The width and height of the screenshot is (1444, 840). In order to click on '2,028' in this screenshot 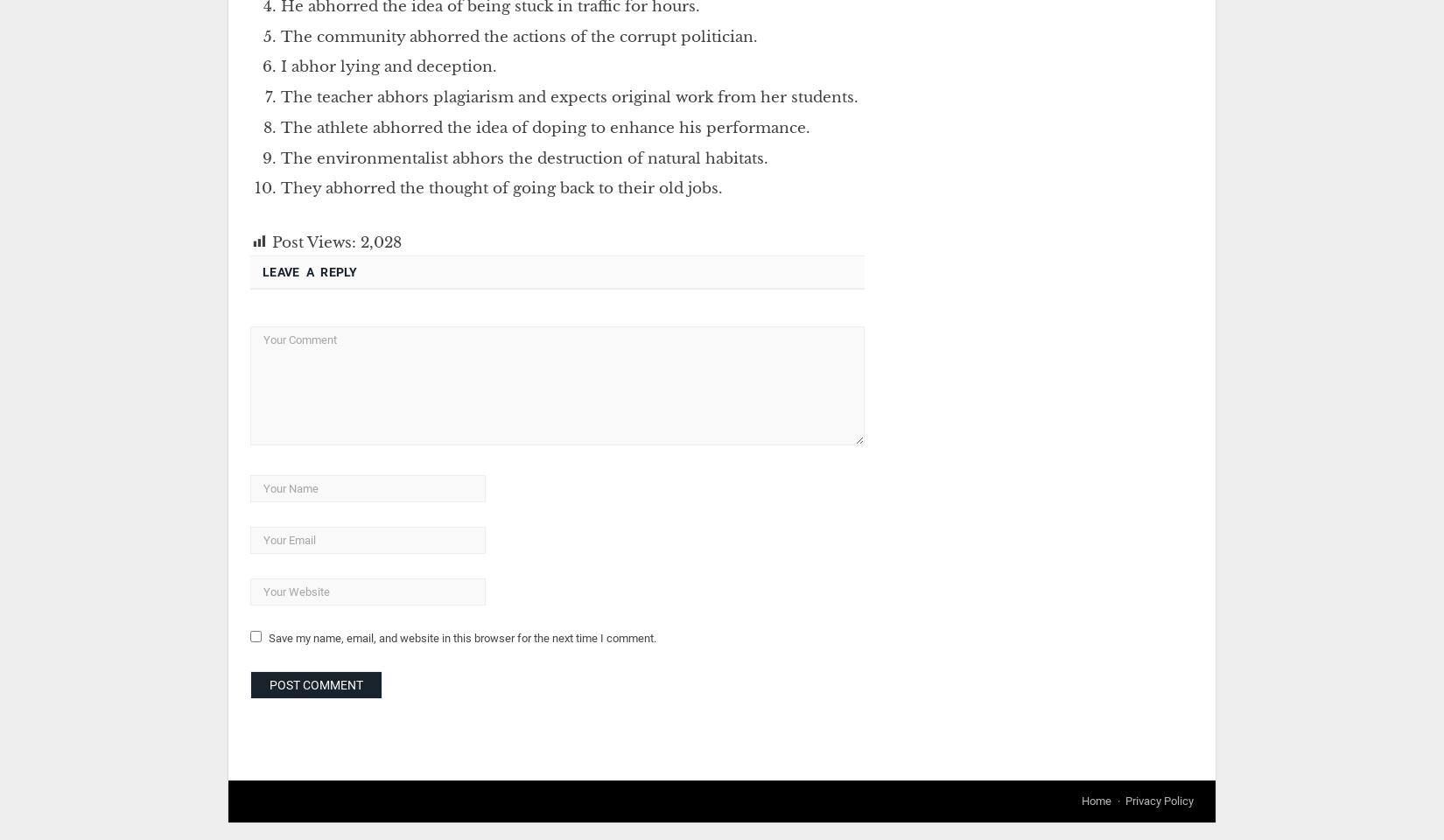, I will do `click(380, 241)`.